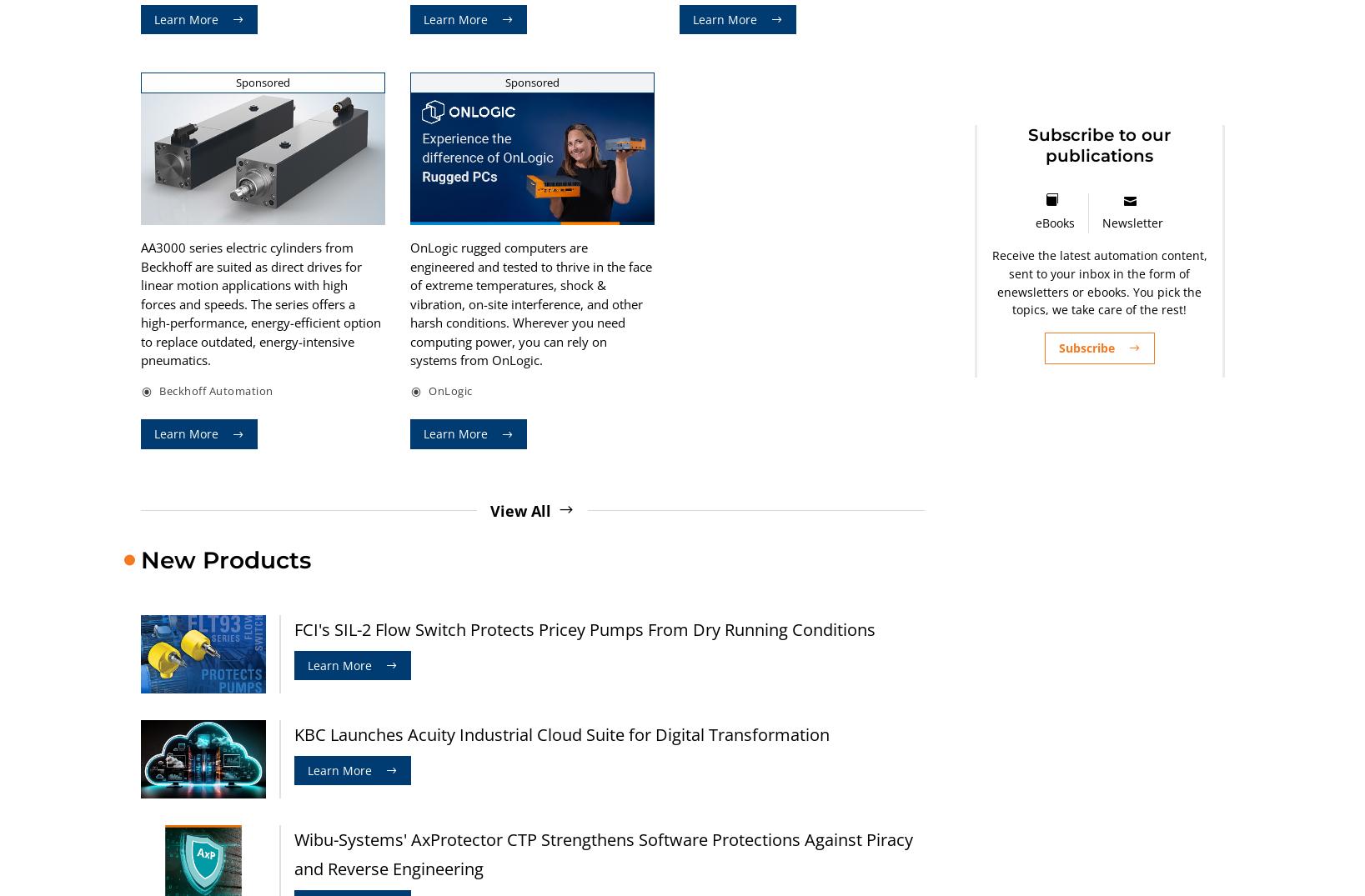 The height and width of the screenshot is (896, 1365). I want to click on 'Subscribe', so click(1085, 347).